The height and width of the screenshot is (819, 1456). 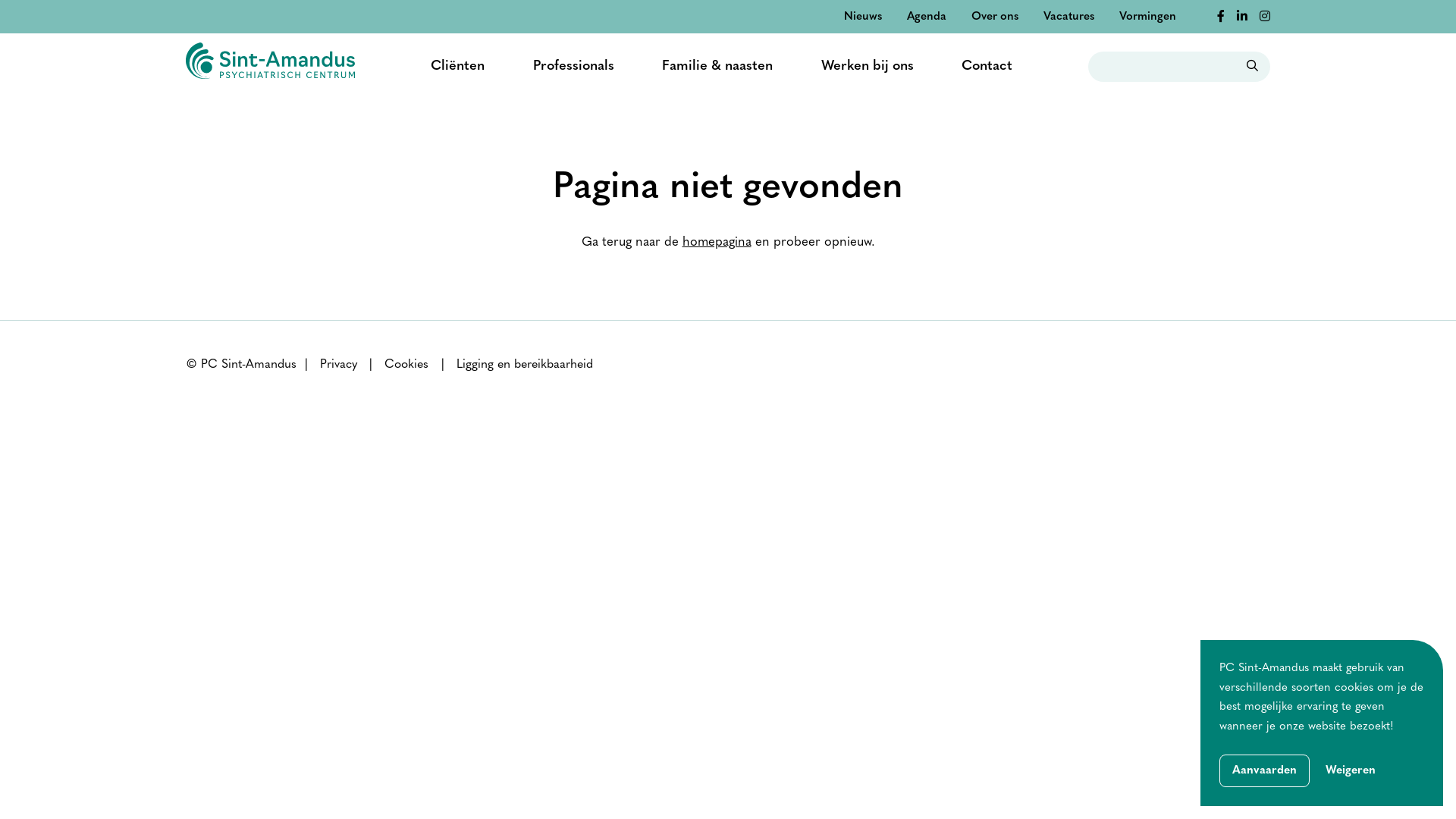 I want to click on 'Familie & naasten', so click(x=716, y=66).